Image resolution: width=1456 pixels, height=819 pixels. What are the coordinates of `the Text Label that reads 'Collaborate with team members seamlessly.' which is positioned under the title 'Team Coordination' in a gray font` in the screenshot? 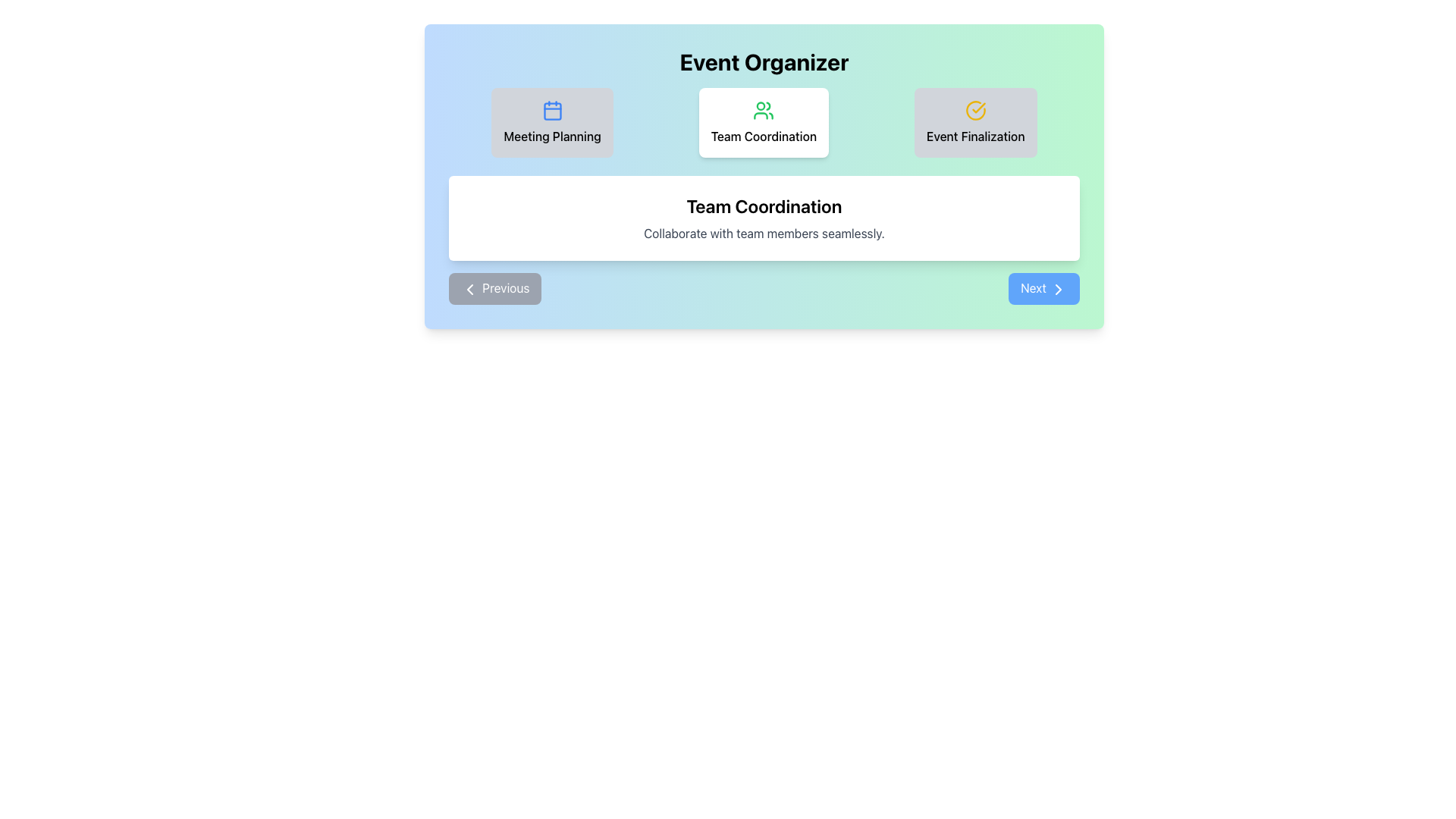 It's located at (764, 234).